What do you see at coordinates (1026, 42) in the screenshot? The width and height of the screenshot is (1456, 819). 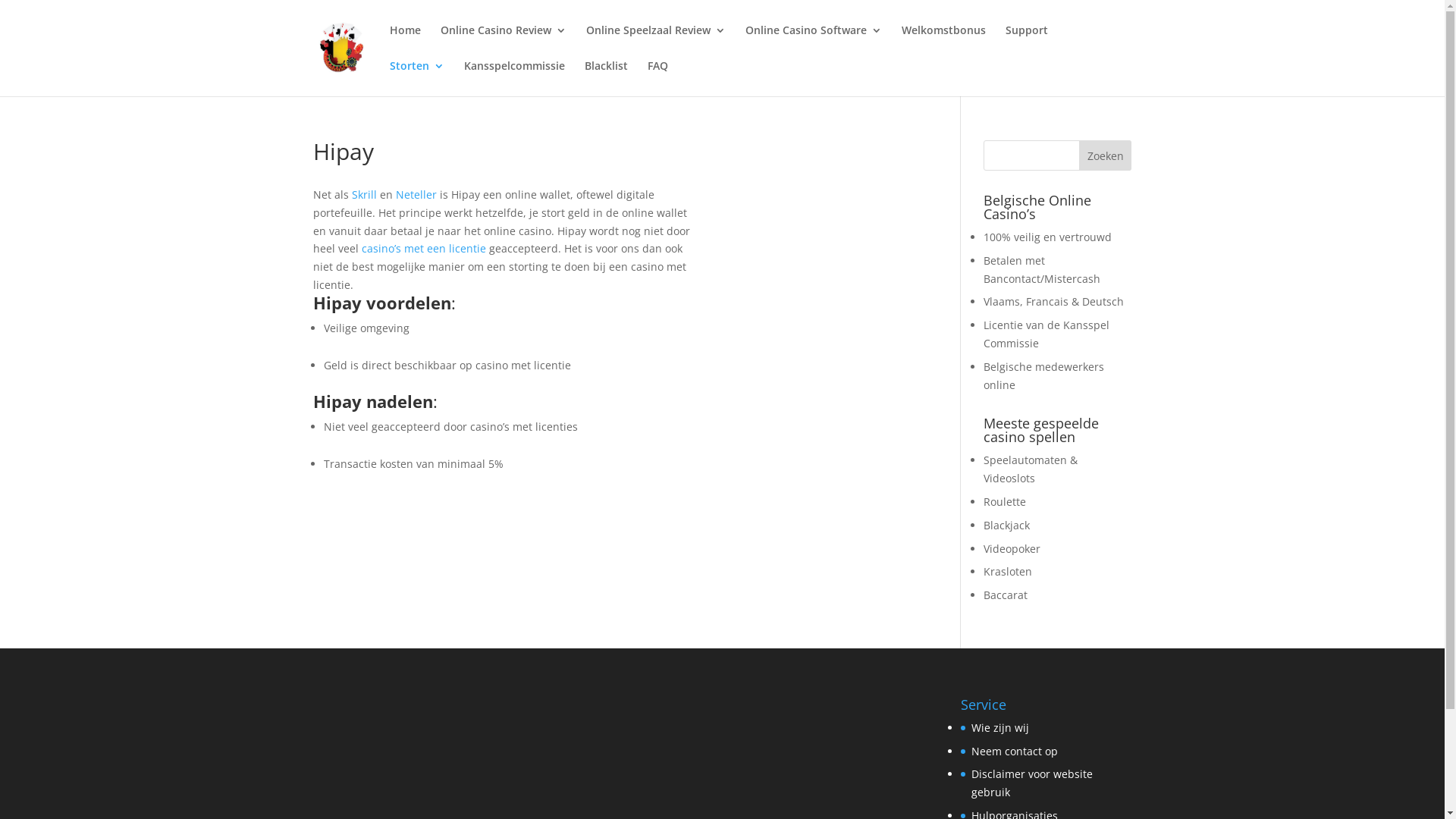 I see `'Support'` at bounding box center [1026, 42].